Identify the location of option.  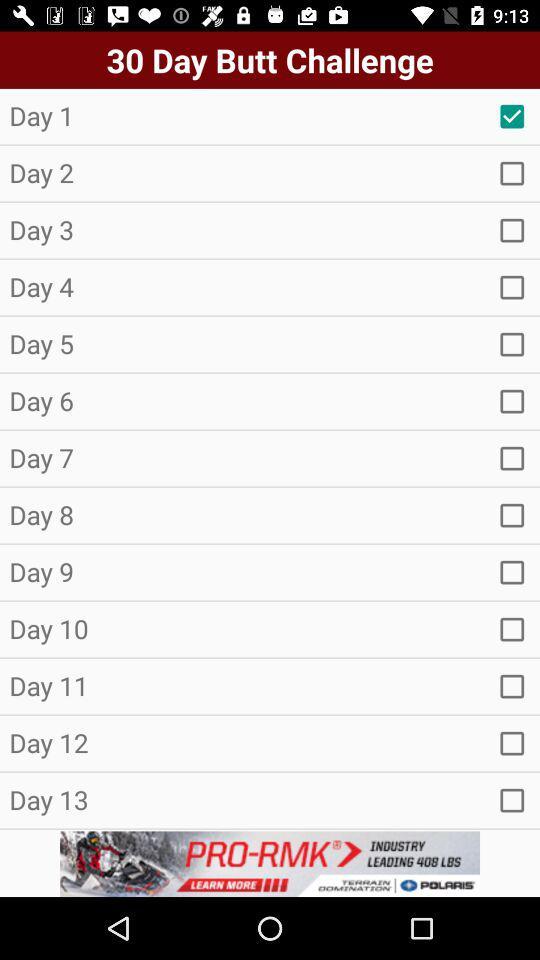
(512, 742).